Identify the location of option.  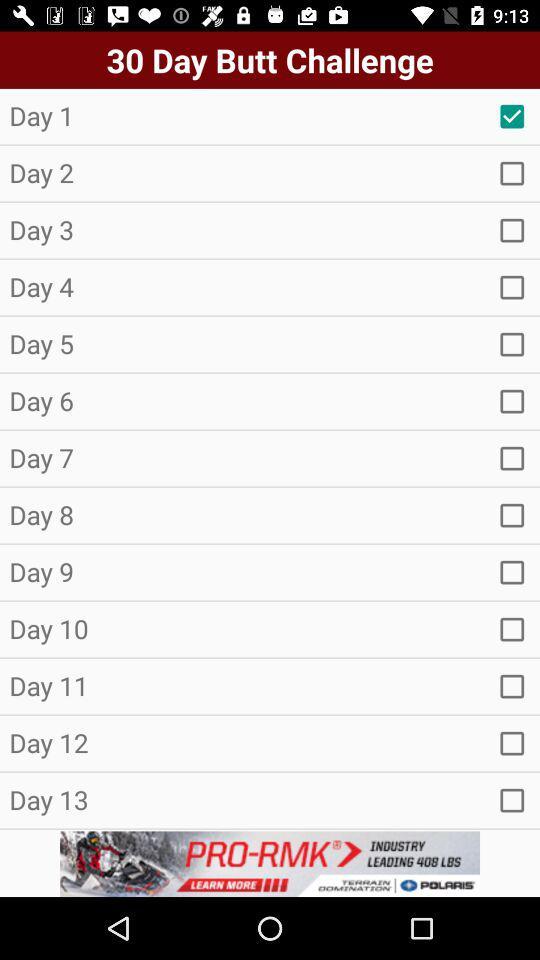
(512, 742).